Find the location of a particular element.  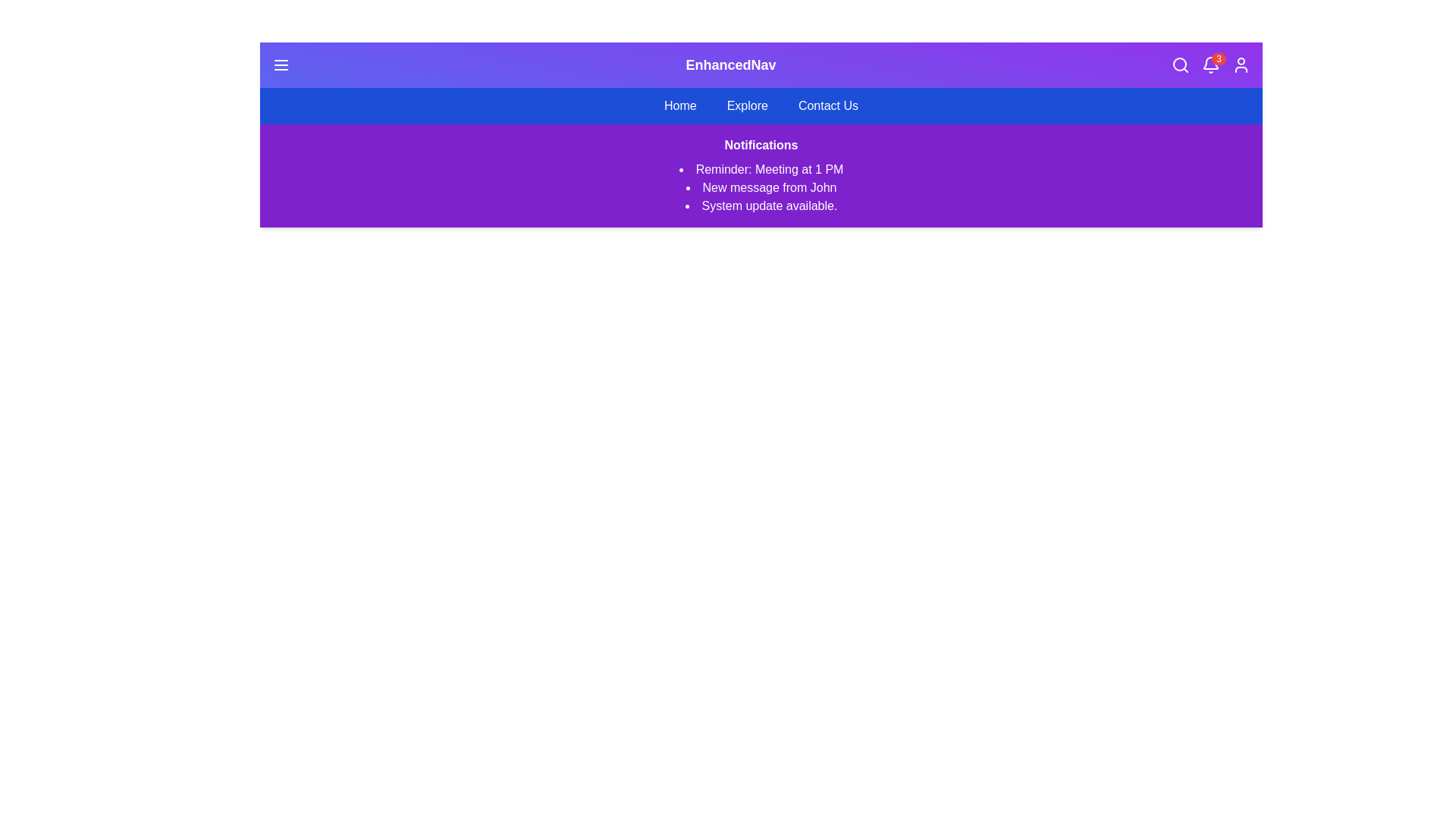

the menu button located at the top-left corner of the navigation bar is located at coordinates (281, 64).